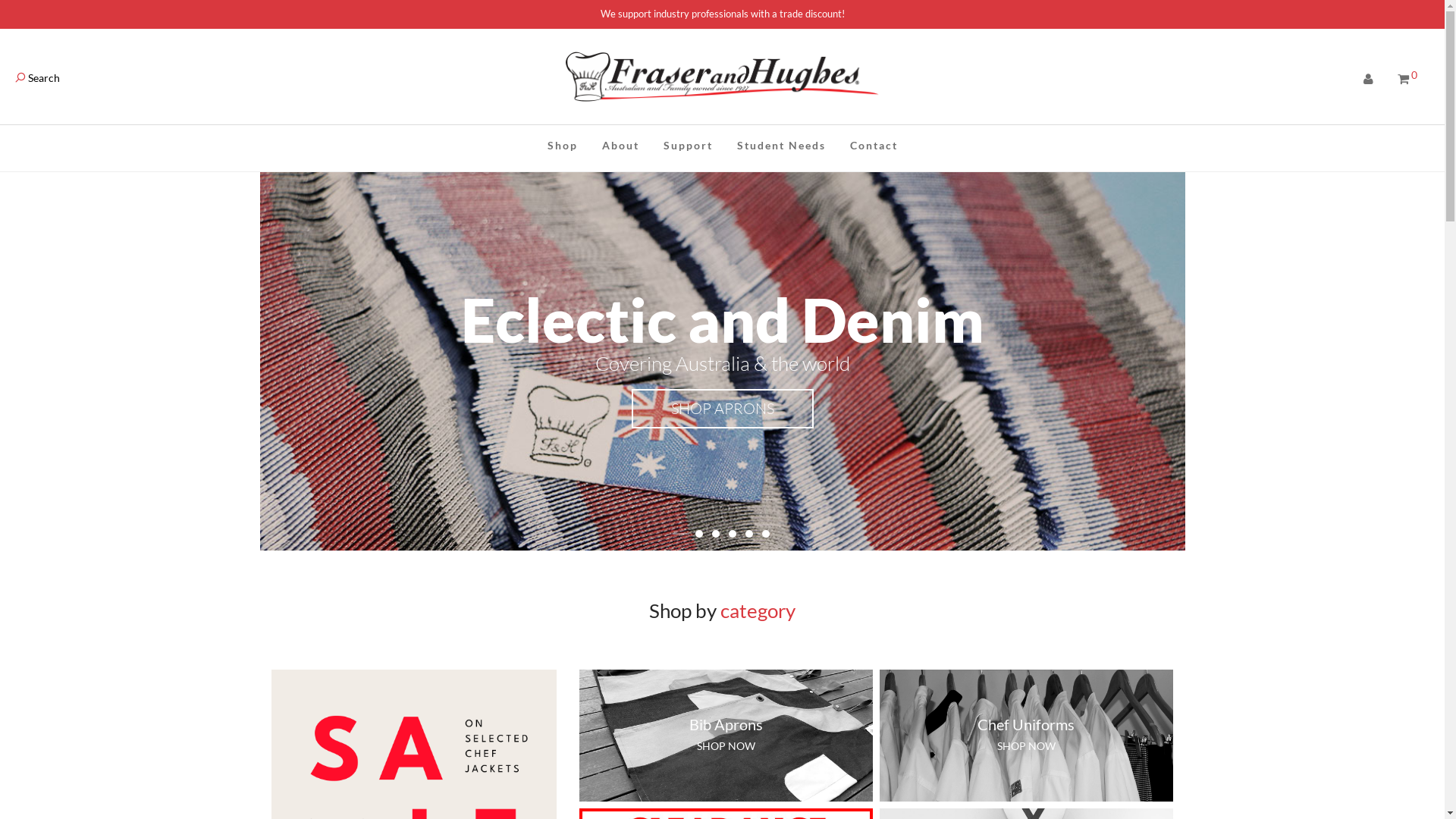 This screenshot has width=1456, height=819. I want to click on '5', so click(748, 533).